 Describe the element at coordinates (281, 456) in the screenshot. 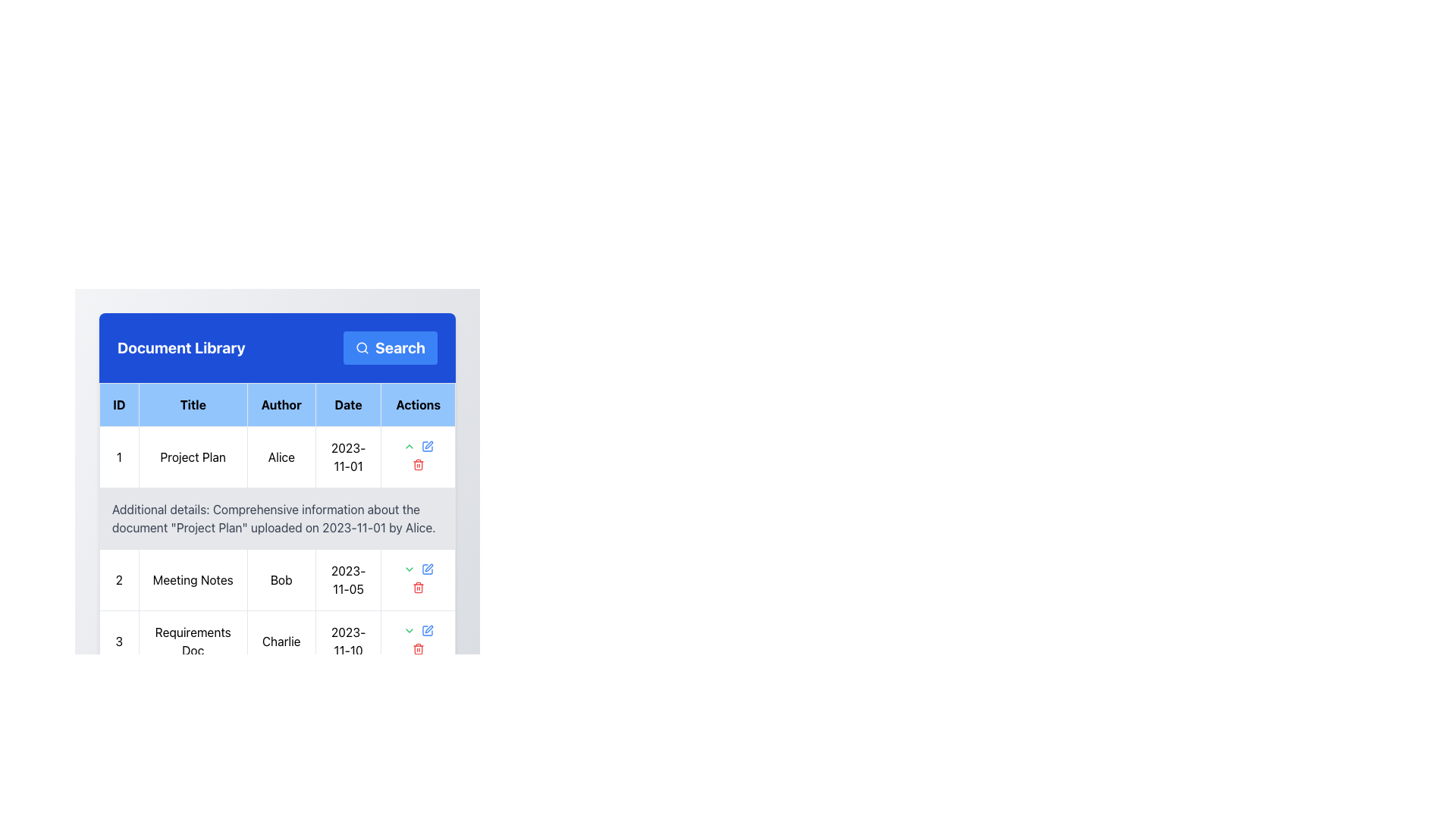

I see `text label 'Alice' which is located in the 'Author' column of the first row in the table, presented in a bold, black font on a white background` at that location.